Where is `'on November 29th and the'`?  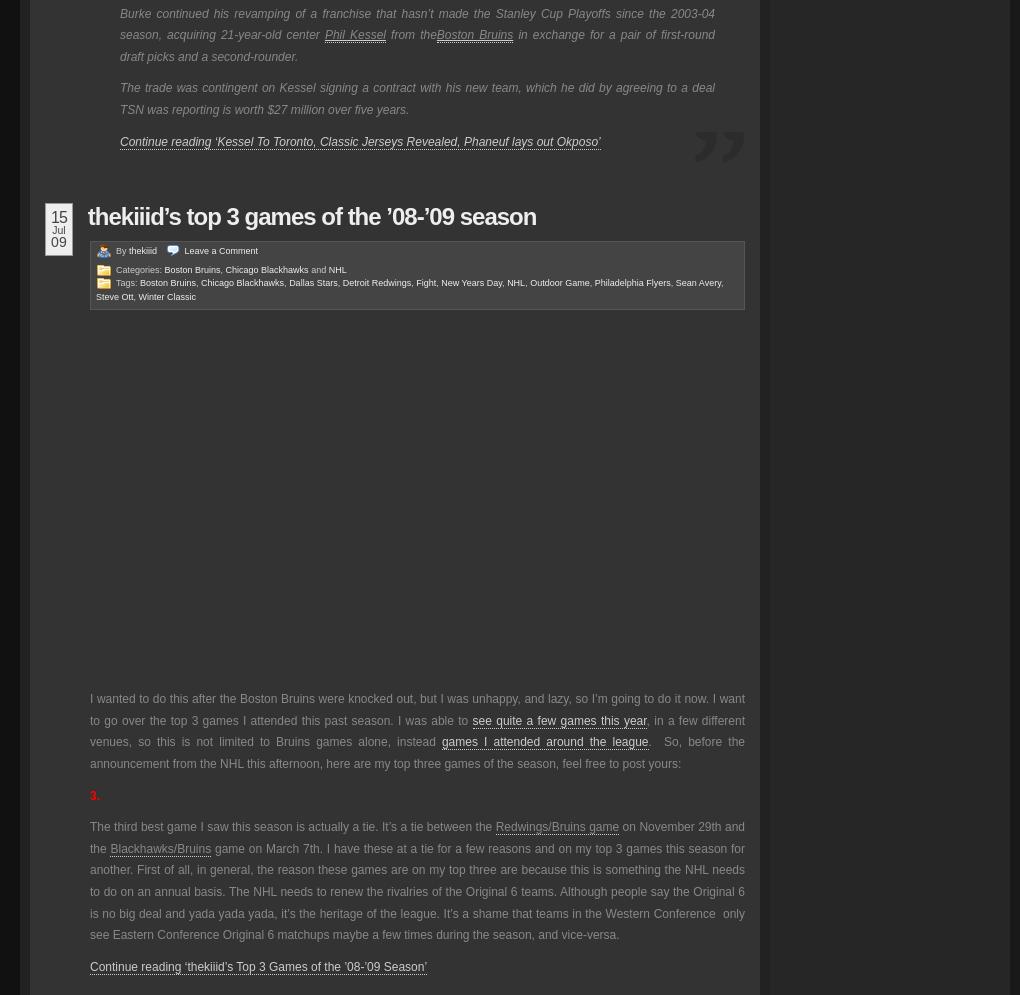
'on November 29th and the' is located at coordinates (416, 836).